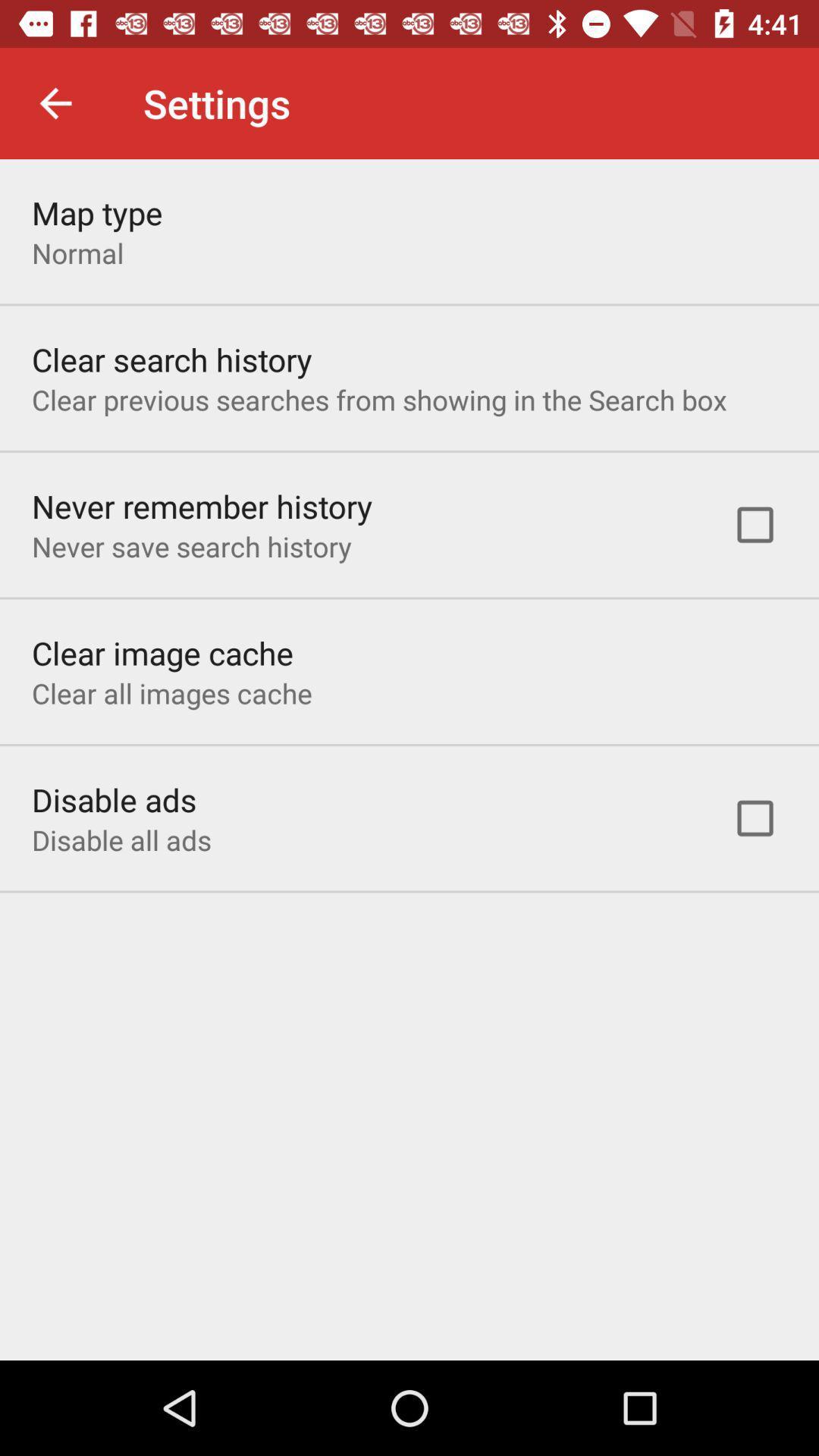 The width and height of the screenshot is (819, 1456). What do you see at coordinates (55, 102) in the screenshot?
I see `the icon to the left of settings item` at bounding box center [55, 102].